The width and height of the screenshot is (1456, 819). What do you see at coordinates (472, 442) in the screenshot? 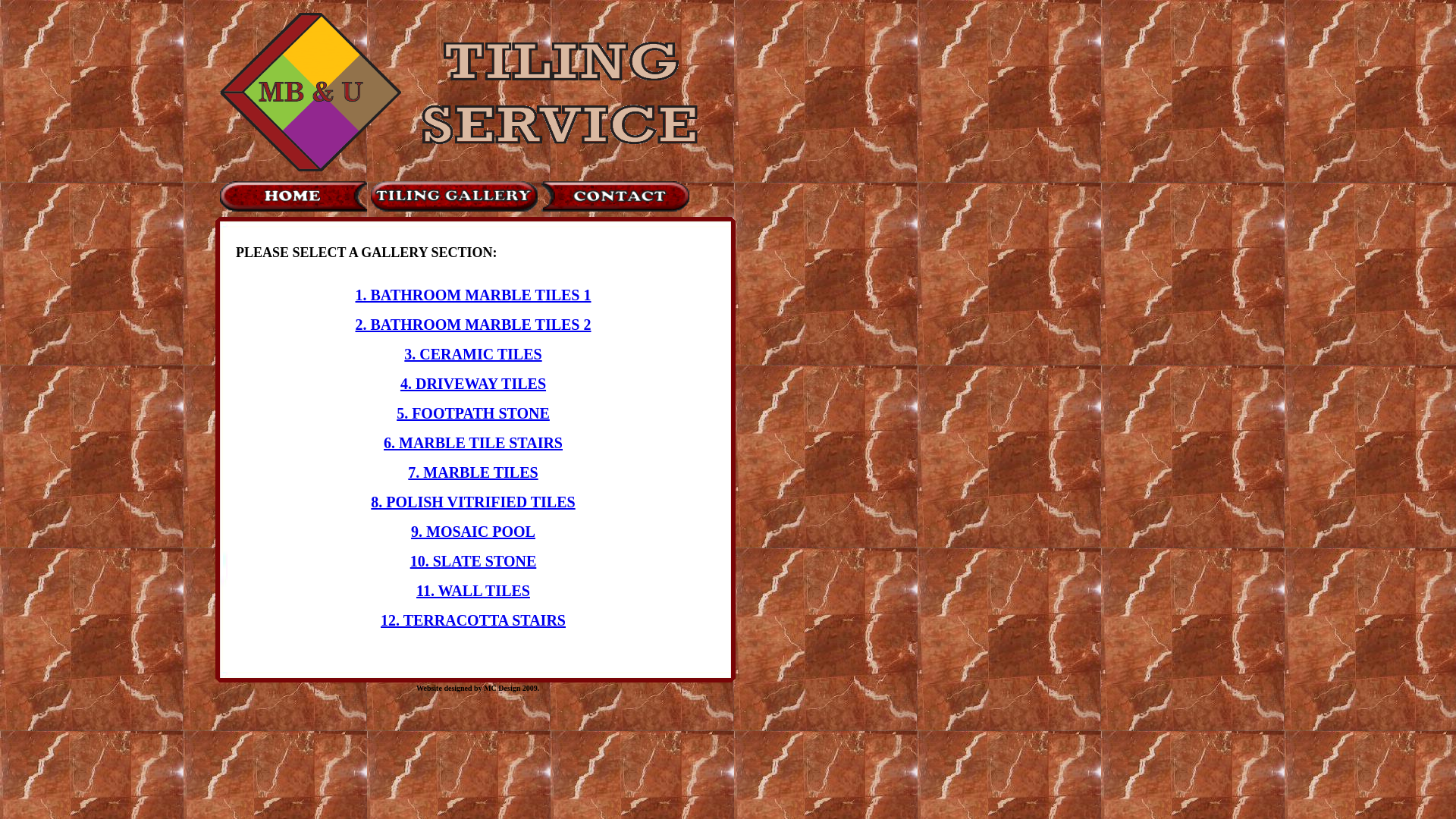
I see `'6. MARBLE TILE STAIRS'` at bounding box center [472, 442].